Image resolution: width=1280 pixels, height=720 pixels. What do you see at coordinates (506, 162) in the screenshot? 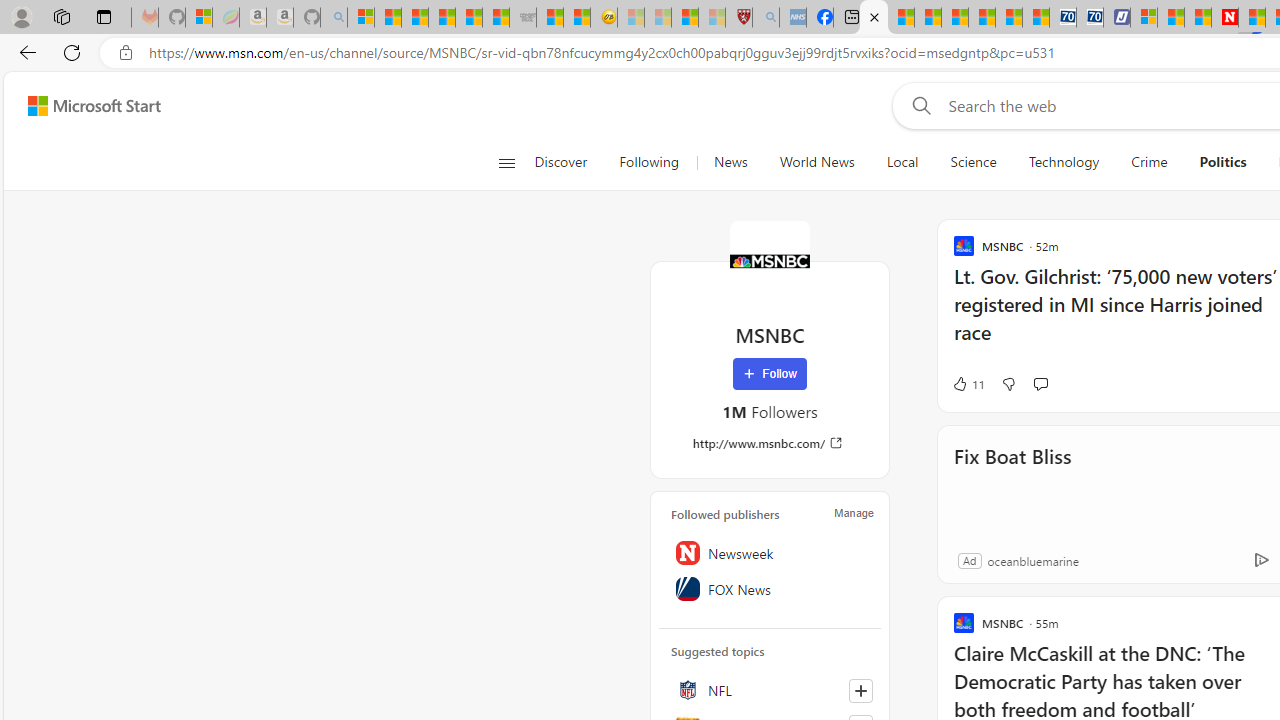
I see `'Open navigation menu'` at bounding box center [506, 162].